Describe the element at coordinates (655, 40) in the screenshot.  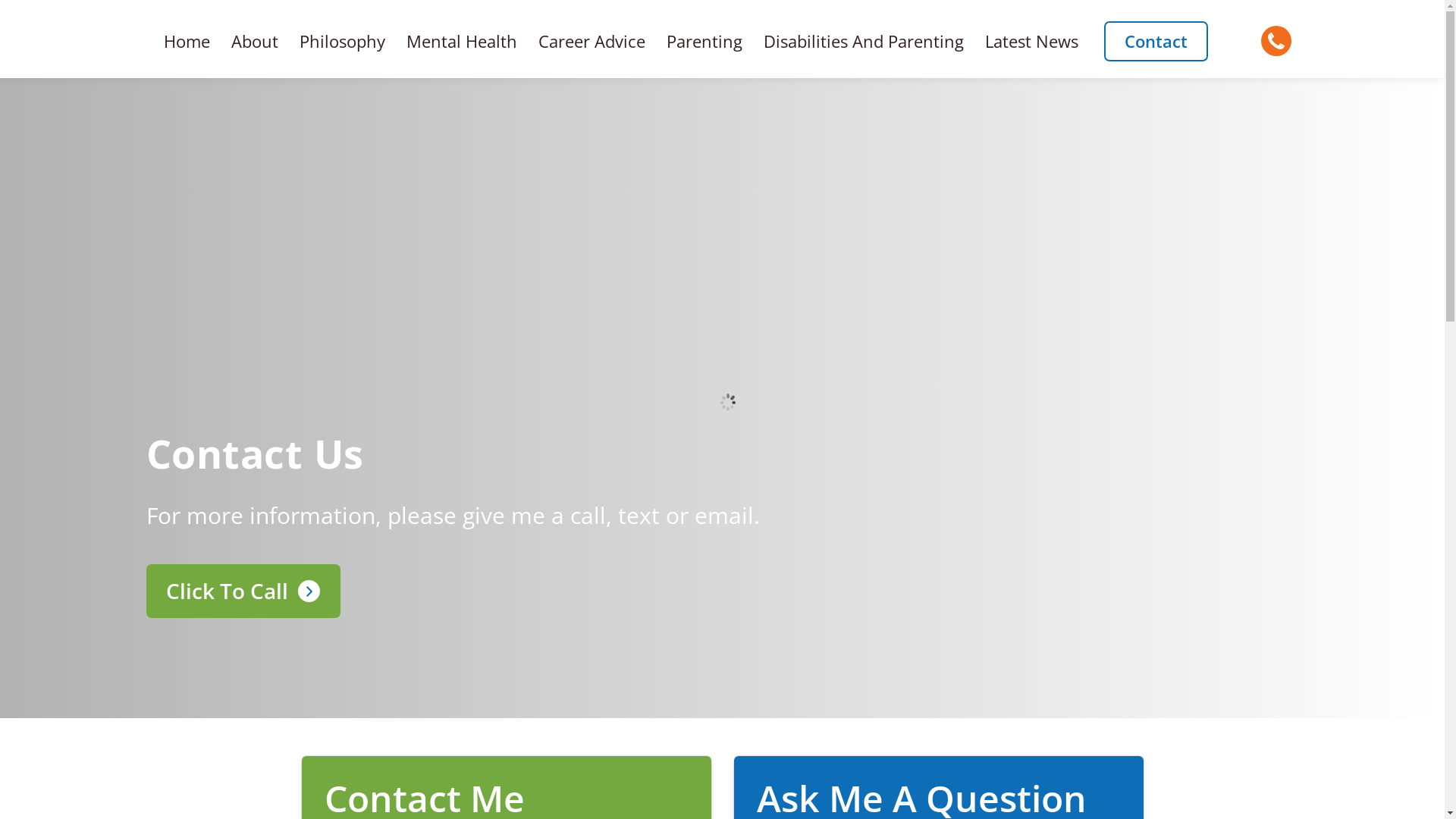
I see `'Parenting'` at that location.